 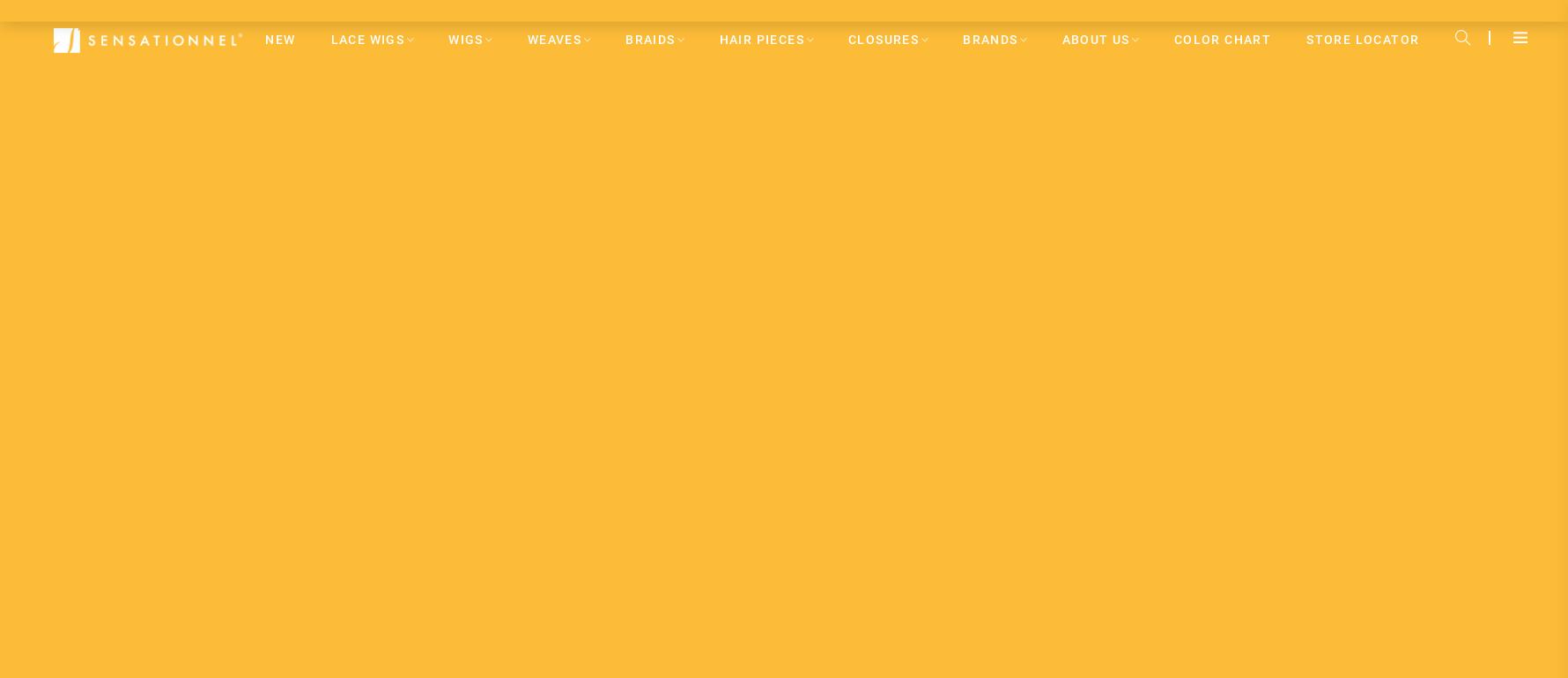 I want to click on 'LACE WIGS', so click(x=366, y=38).